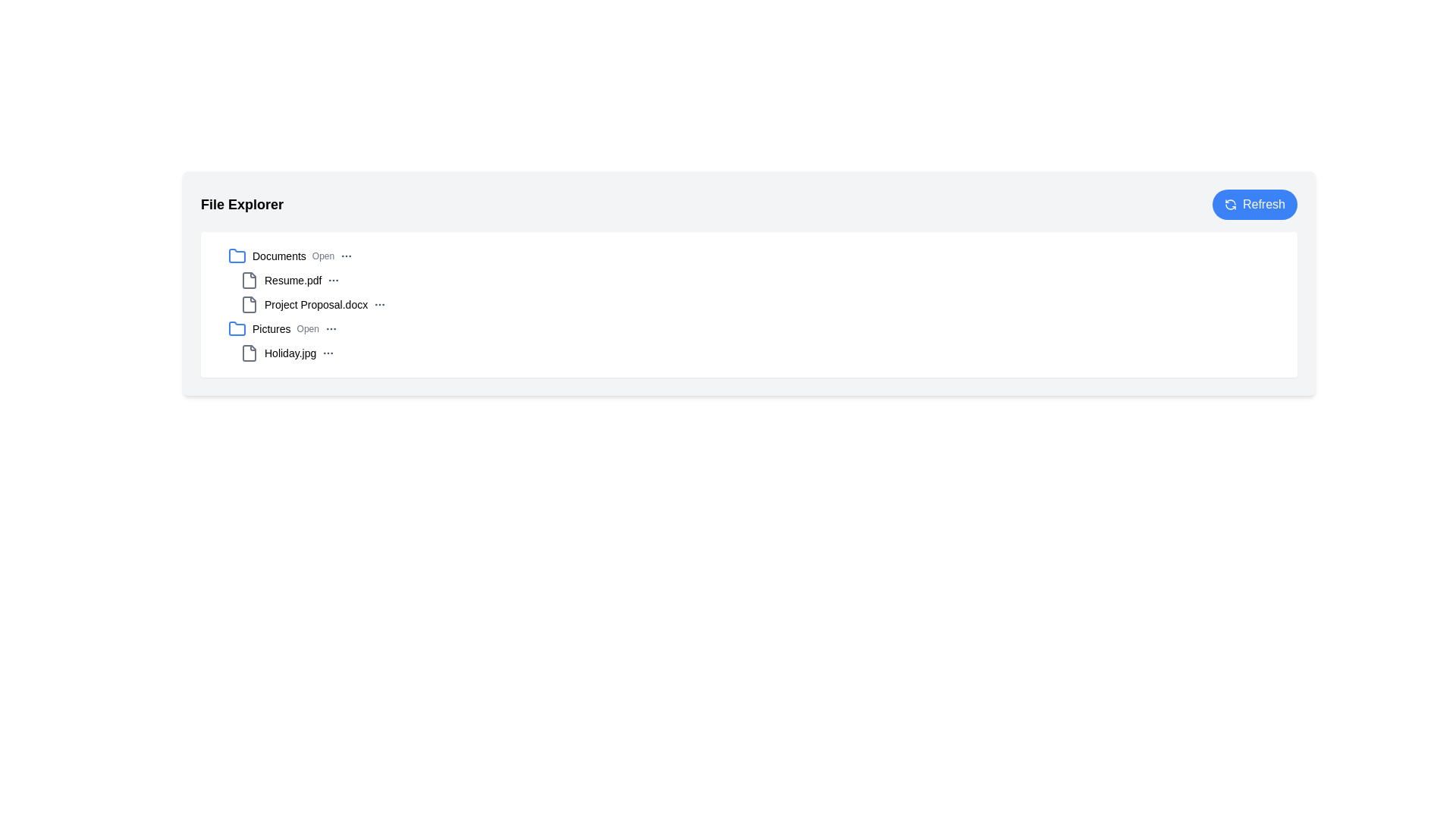 The height and width of the screenshot is (819, 1456). I want to click on the 'Documents' directory icon, which is the first graphical icon representing the media folder functionality, so click(236, 256).